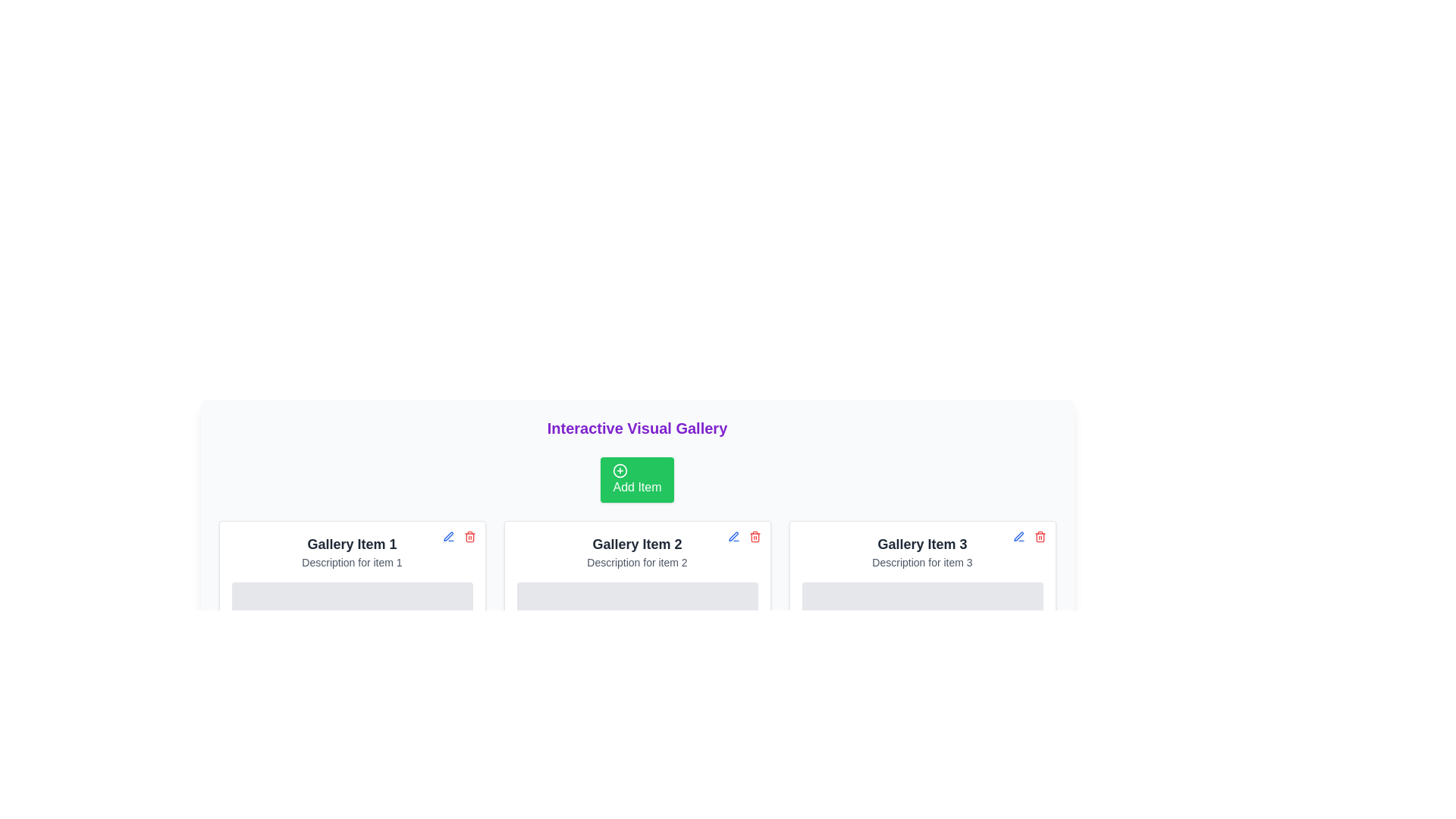 This screenshot has height=819, width=1456. Describe the element at coordinates (637, 543) in the screenshot. I see `the text element reading 'Gallery Item 2', which is styled in bold and large dark gray font, and serves as the title of the second gallery item` at that location.